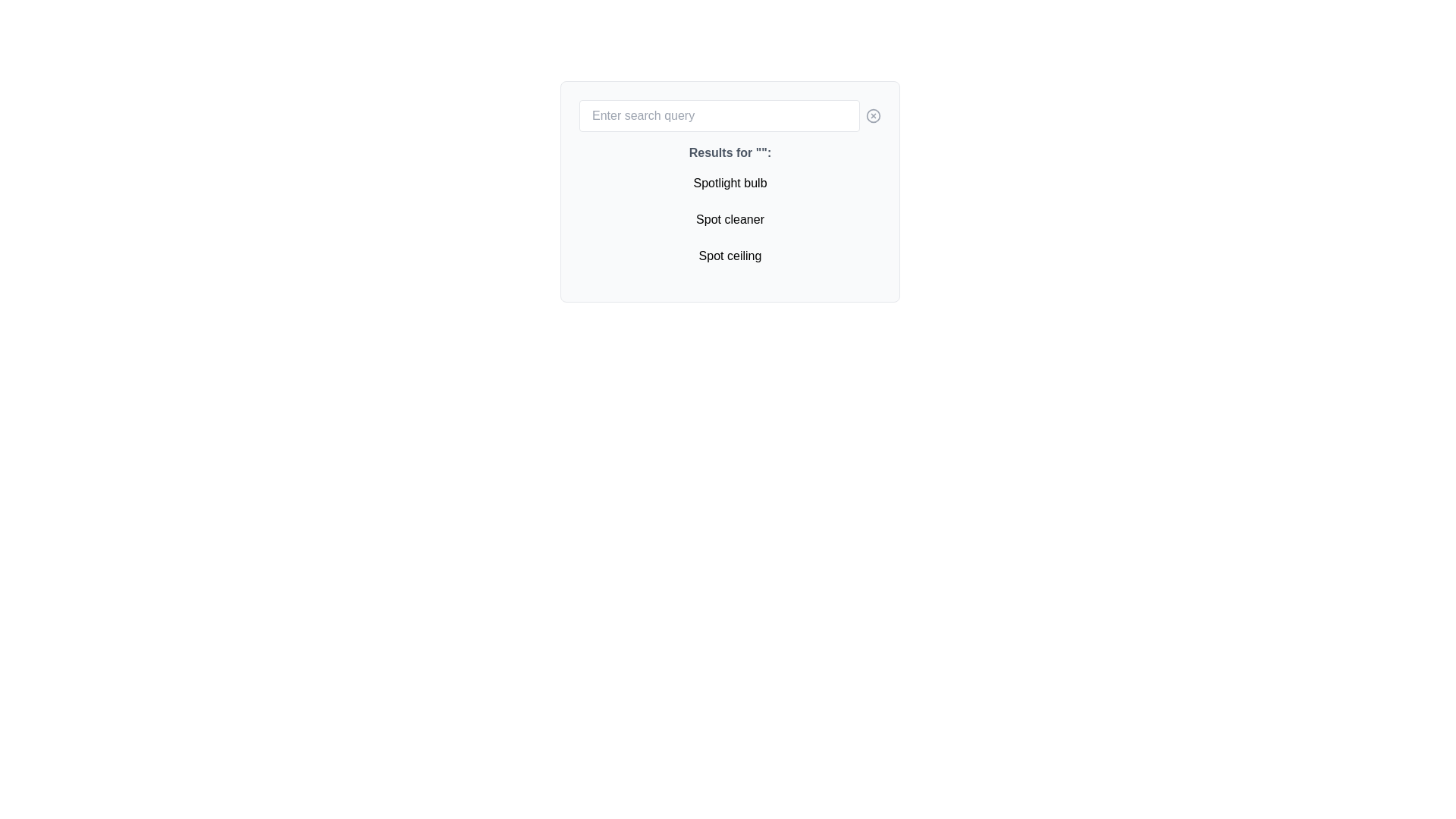 The height and width of the screenshot is (819, 1456). What do you see at coordinates (721, 182) in the screenshot?
I see `the letter 'i' in the word 'Spotlight' within the search results list, specifically in the first item of the text 'Spotlight bulb'` at bounding box center [721, 182].